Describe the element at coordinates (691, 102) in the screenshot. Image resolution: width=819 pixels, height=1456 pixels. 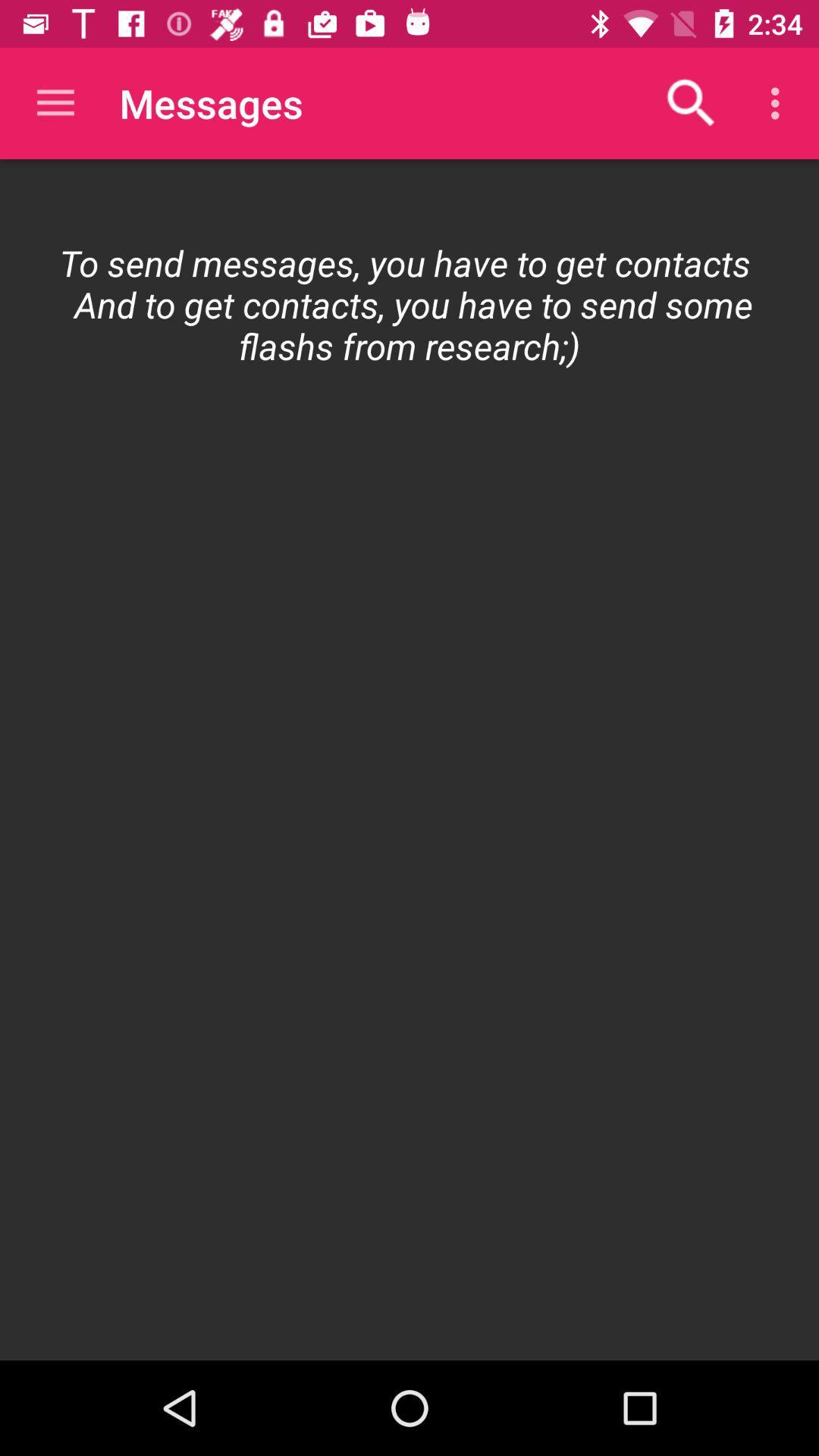
I see `icon above the to send messages` at that location.